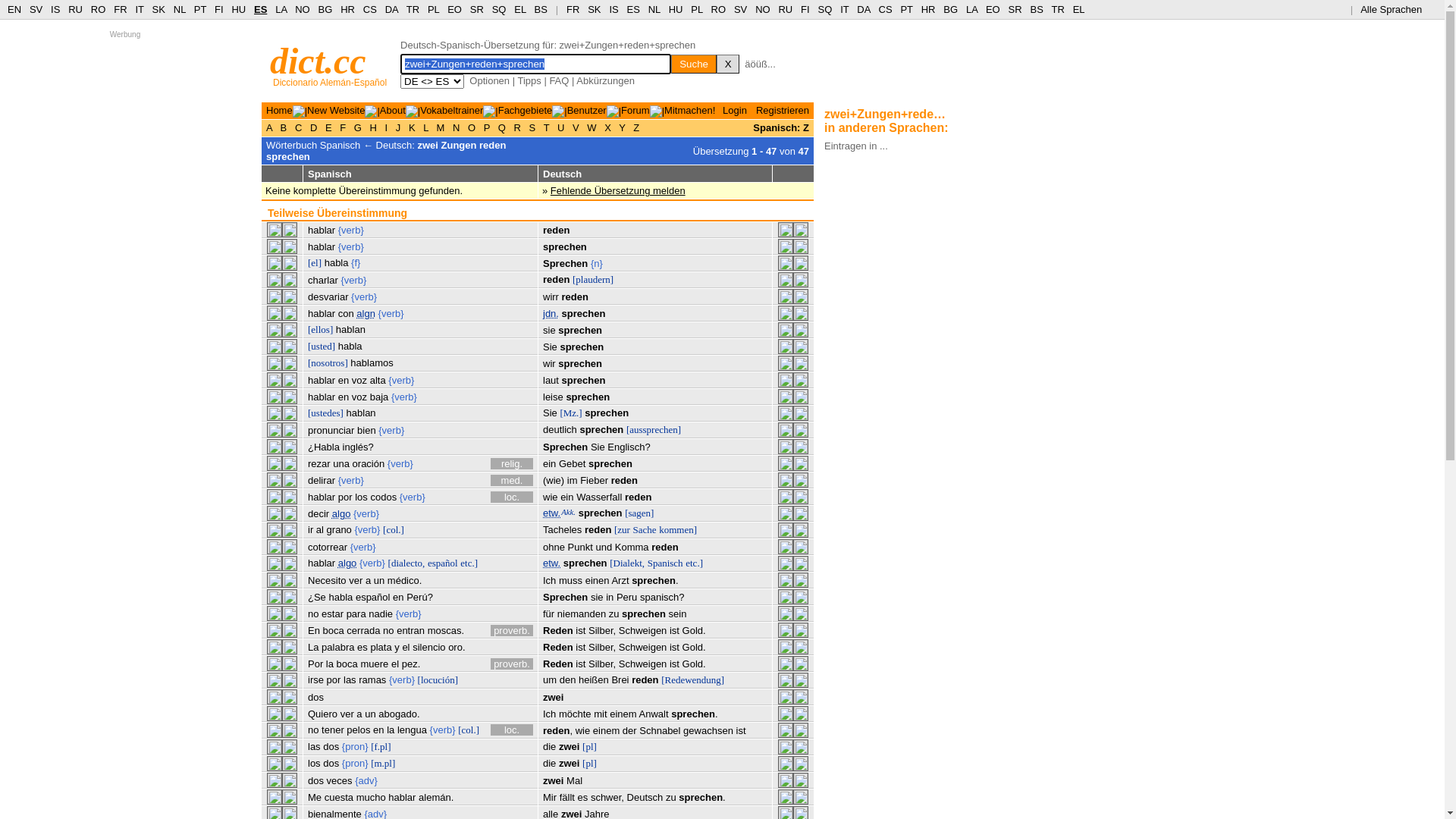 Image resolution: width=1456 pixels, height=819 pixels. Describe the element at coordinates (571, 463) in the screenshot. I see `'Gebet'` at that location.